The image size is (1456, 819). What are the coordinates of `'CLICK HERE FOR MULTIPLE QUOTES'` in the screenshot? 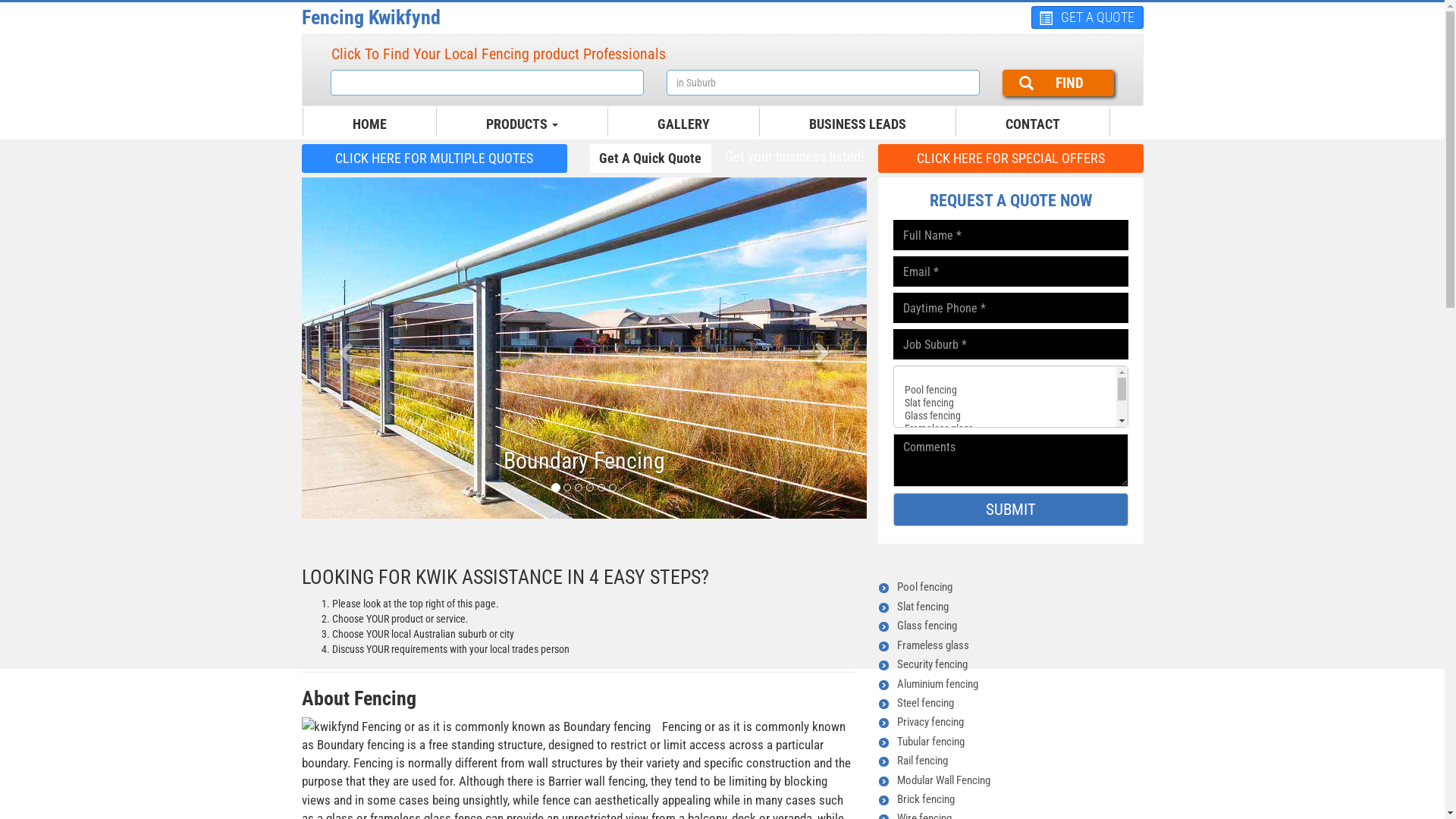 It's located at (433, 158).